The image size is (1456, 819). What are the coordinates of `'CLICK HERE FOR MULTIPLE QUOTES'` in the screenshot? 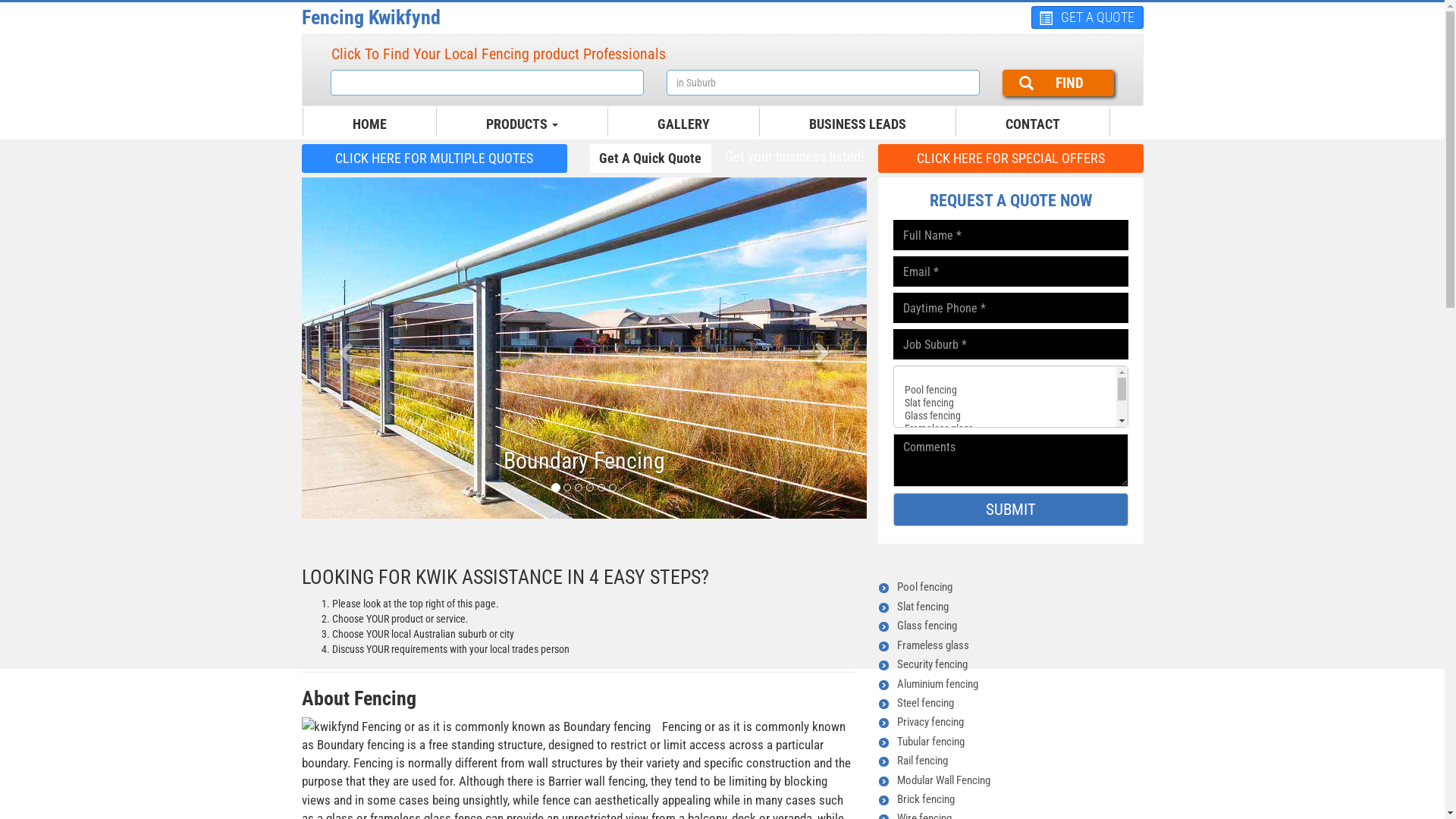 It's located at (433, 158).